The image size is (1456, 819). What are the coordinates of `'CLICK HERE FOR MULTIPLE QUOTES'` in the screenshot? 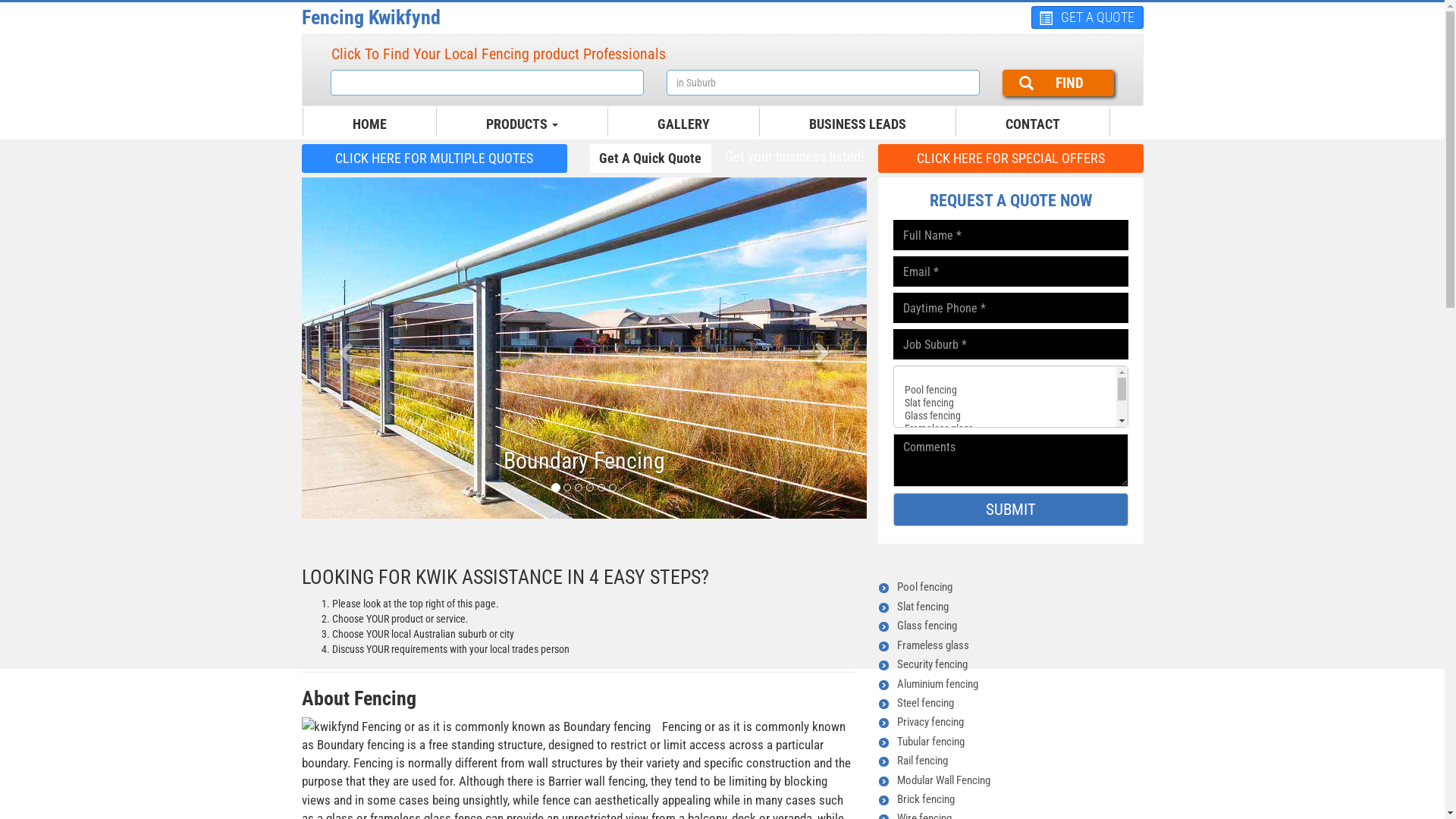 It's located at (433, 158).